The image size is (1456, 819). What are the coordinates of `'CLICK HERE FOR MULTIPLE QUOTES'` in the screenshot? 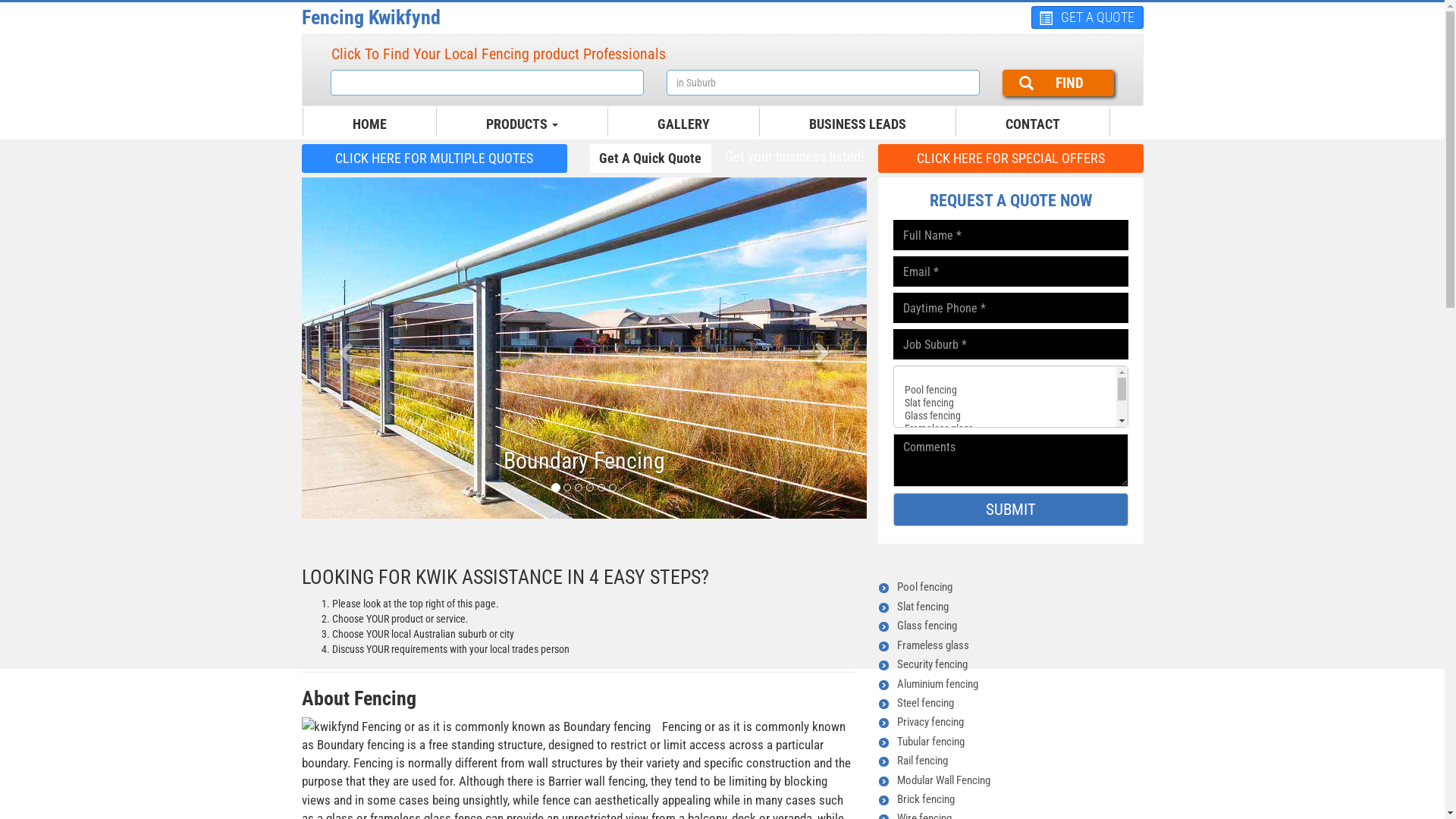 It's located at (433, 158).